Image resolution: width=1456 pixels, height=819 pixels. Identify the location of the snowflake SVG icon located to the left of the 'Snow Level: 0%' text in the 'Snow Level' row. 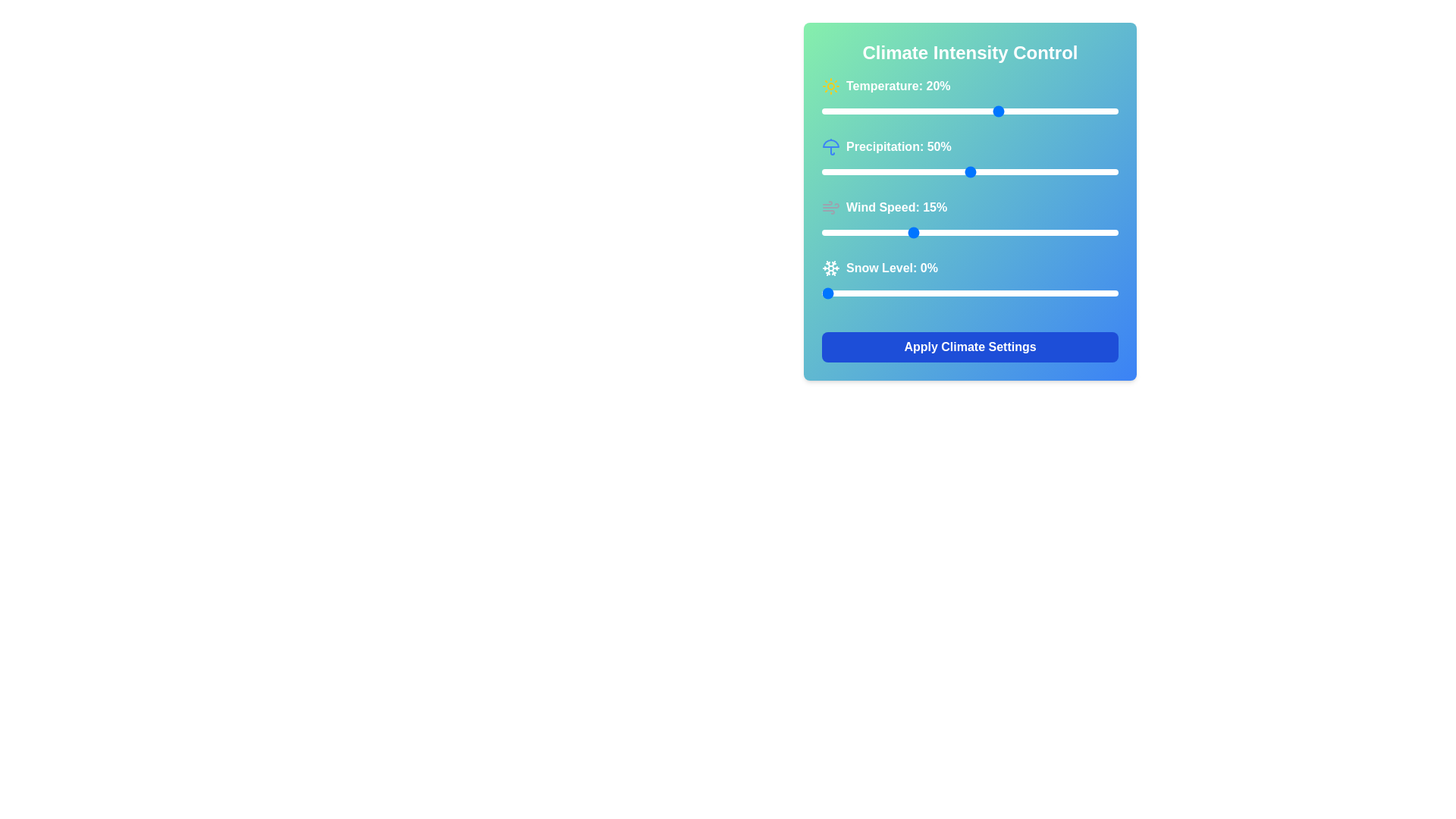
(830, 268).